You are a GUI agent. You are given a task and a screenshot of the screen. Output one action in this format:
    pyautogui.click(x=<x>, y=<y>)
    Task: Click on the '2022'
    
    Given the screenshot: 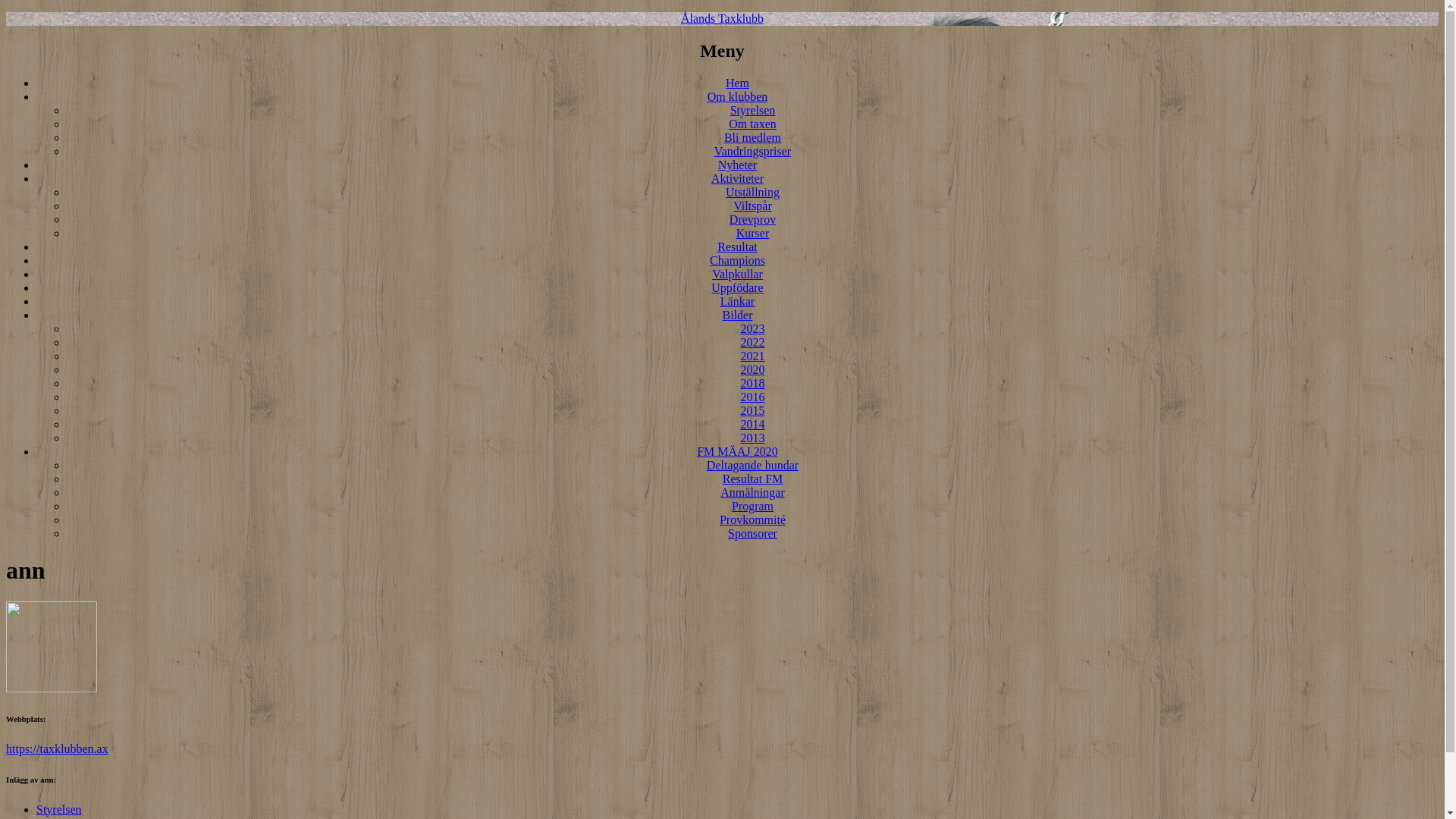 What is the action you would take?
    pyautogui.click(x=752, y=342)
    